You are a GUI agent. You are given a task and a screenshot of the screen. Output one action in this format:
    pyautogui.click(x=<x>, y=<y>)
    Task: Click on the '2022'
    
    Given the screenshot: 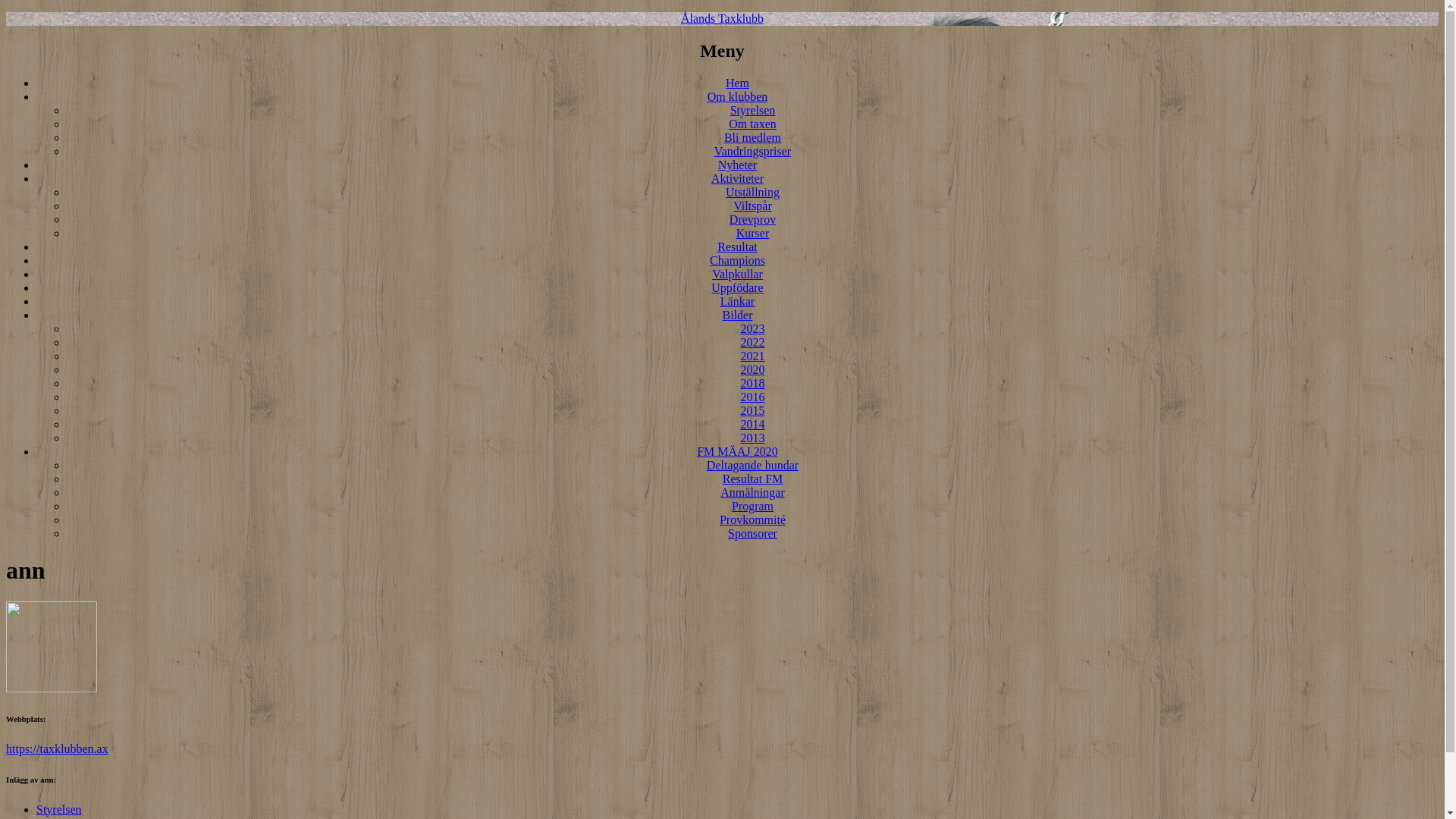 What is the action you would take?
    pyautogui.click(x=752, y=342)
    